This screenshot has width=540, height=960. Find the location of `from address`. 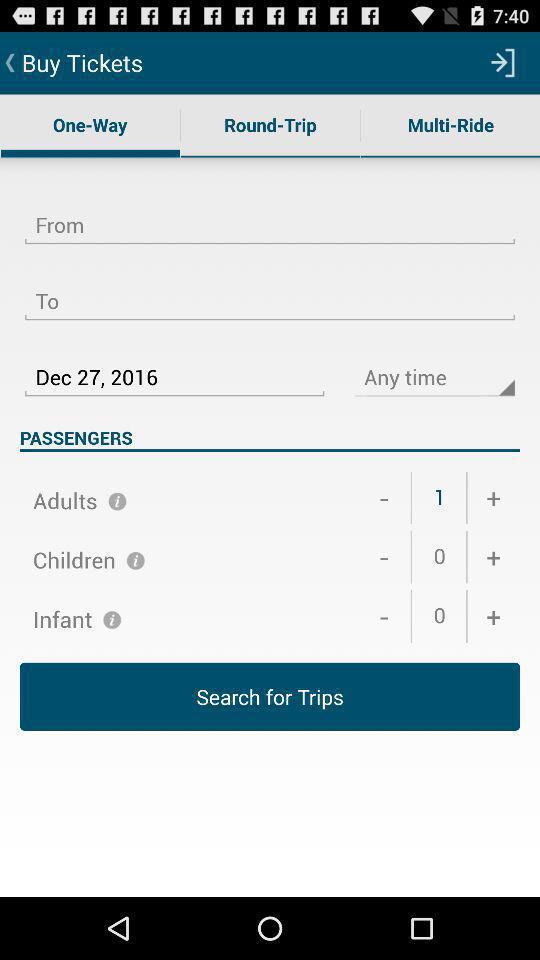

from address is located at coordinates (270, 213).